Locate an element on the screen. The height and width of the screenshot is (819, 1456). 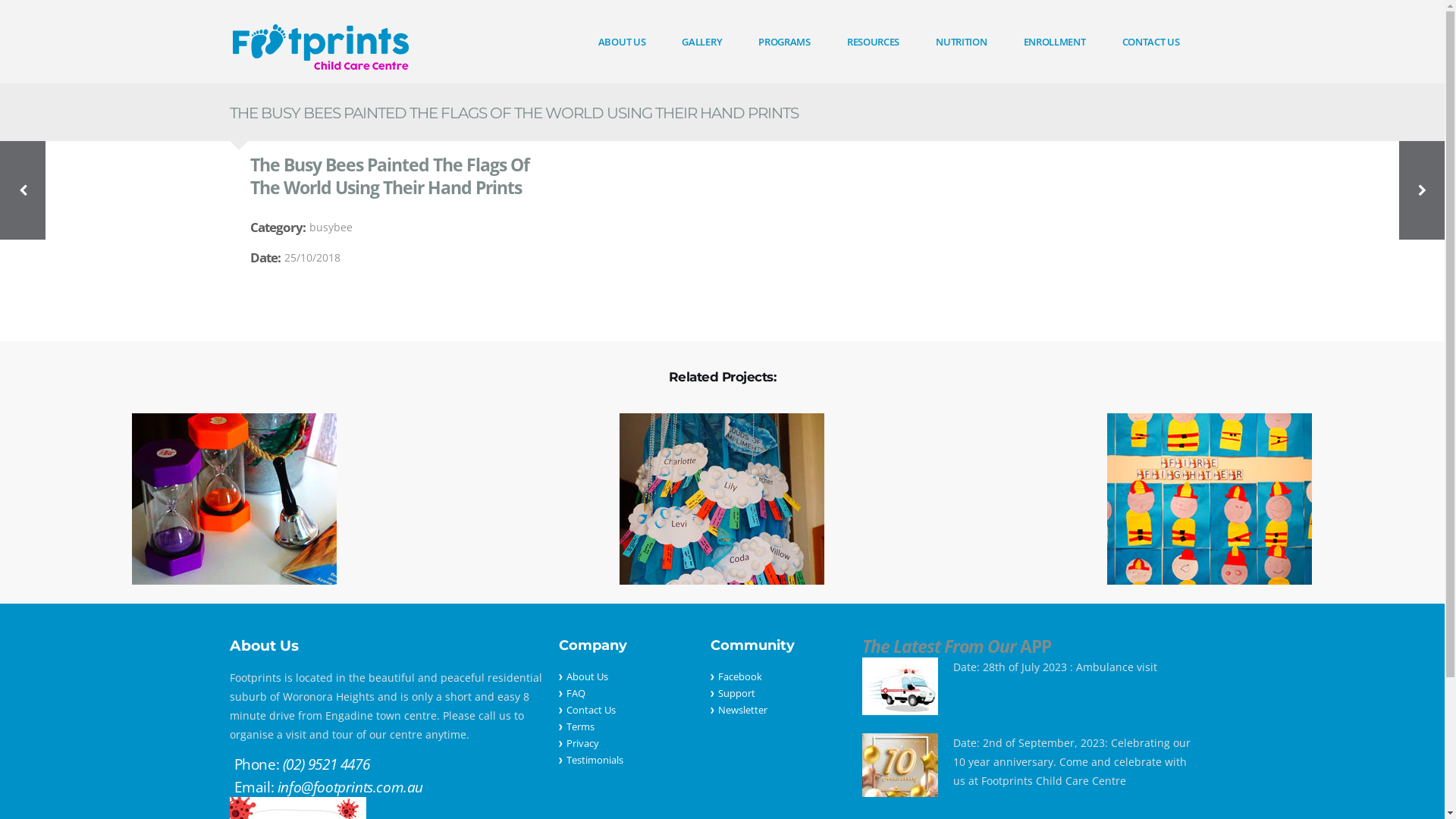
'NUTRITION' is located at coordinates (960, 40).